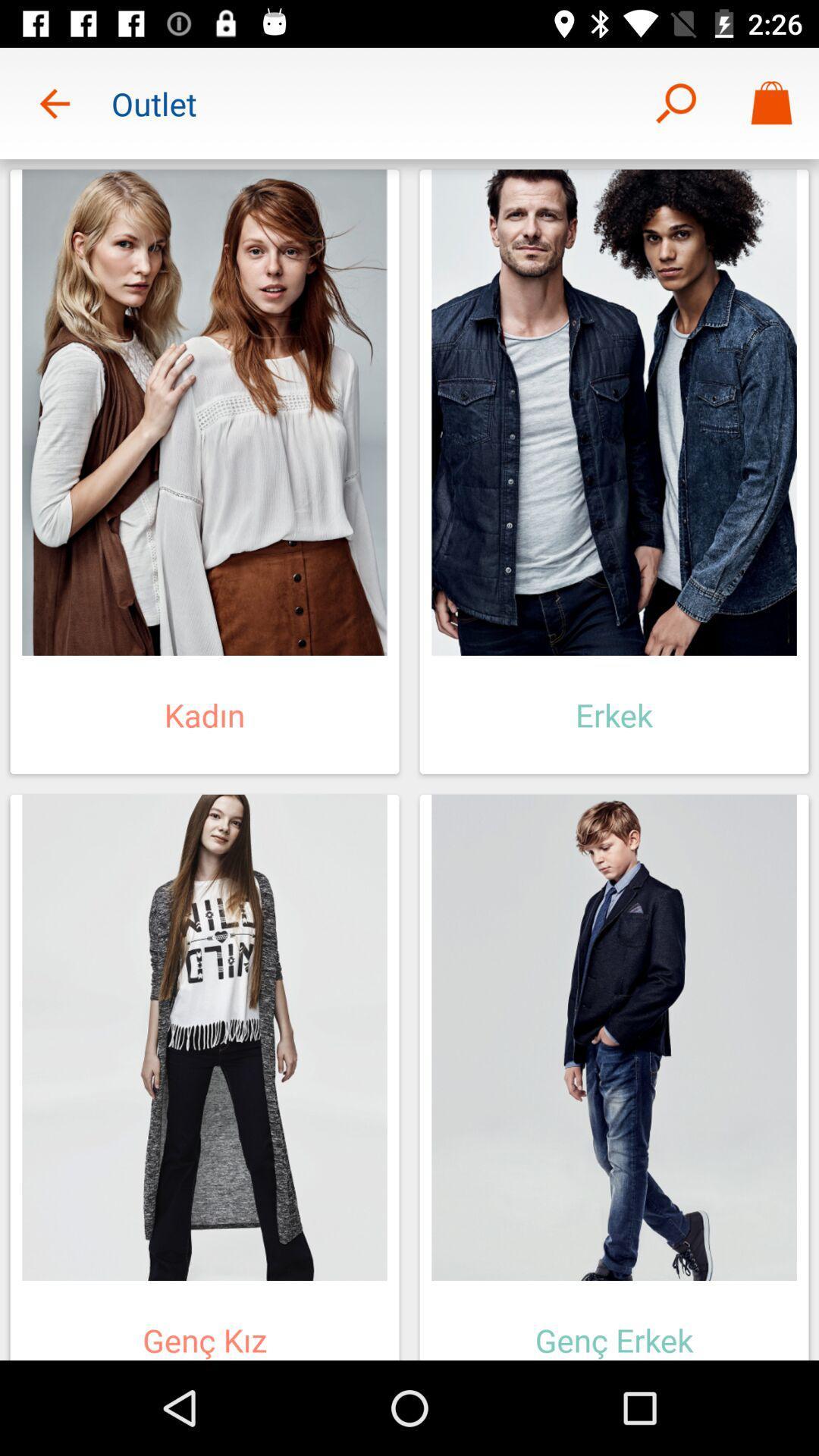  I want to click on item to the left of outlet, so click(55, 102).